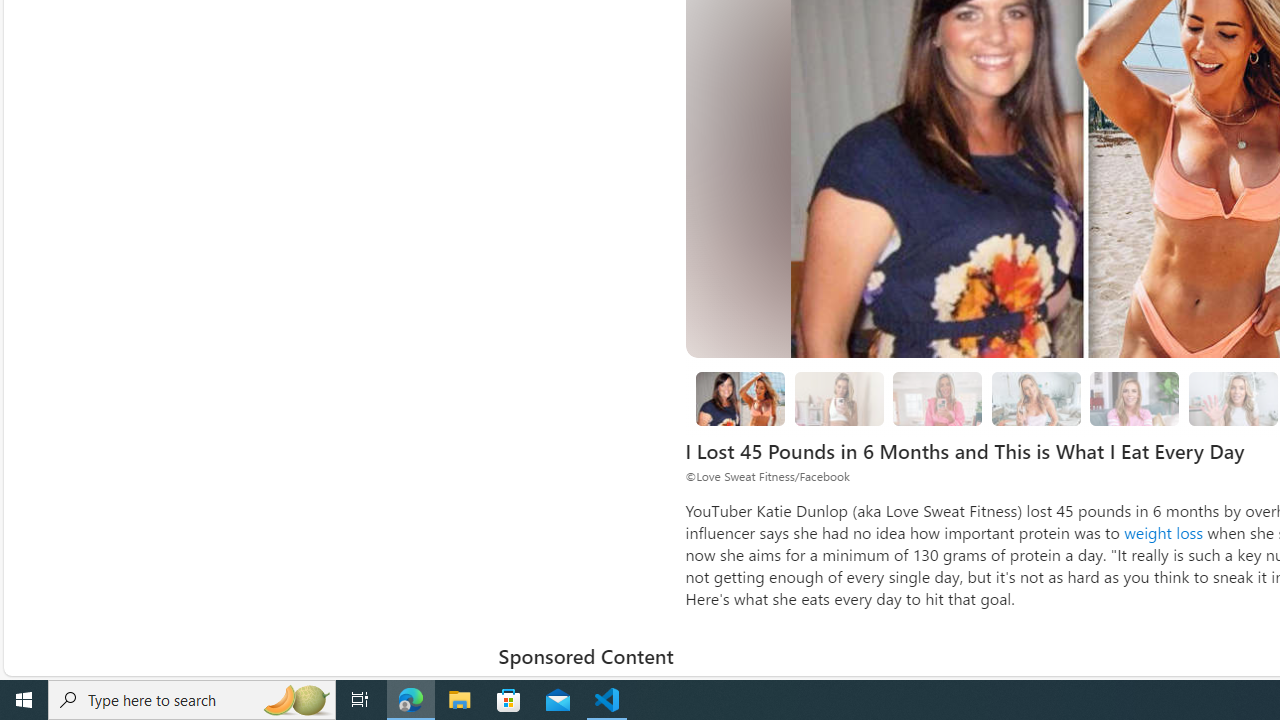 The width and height of the screenshot is (1280, 720). Describe the element at coordinates (1231, 399) in the screenshot. I see `'15 Katie Stopped Trash Talking Yourself'` at that location.